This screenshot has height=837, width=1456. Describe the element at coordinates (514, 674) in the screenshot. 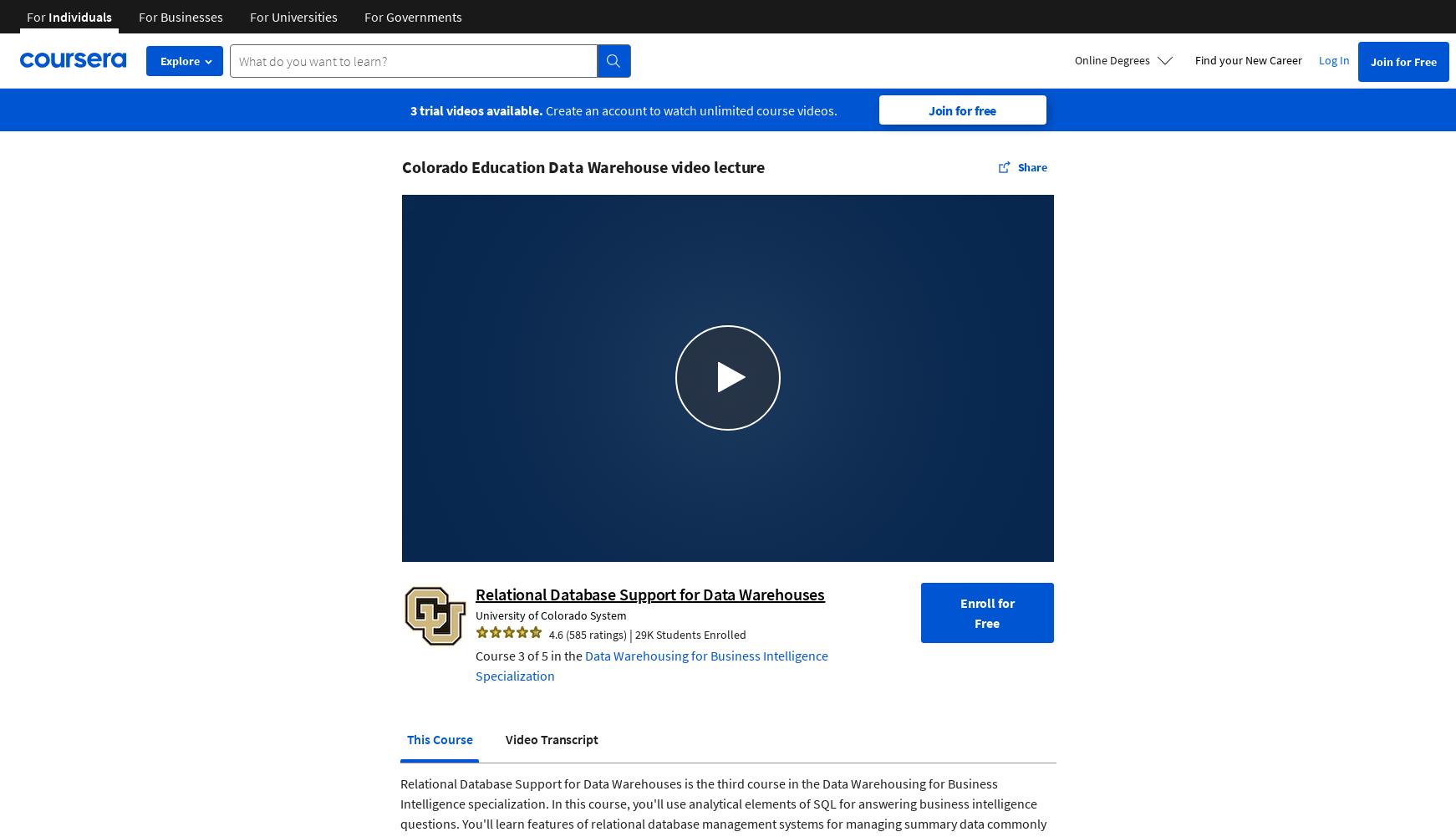

I see `'Specialization'` at that location.